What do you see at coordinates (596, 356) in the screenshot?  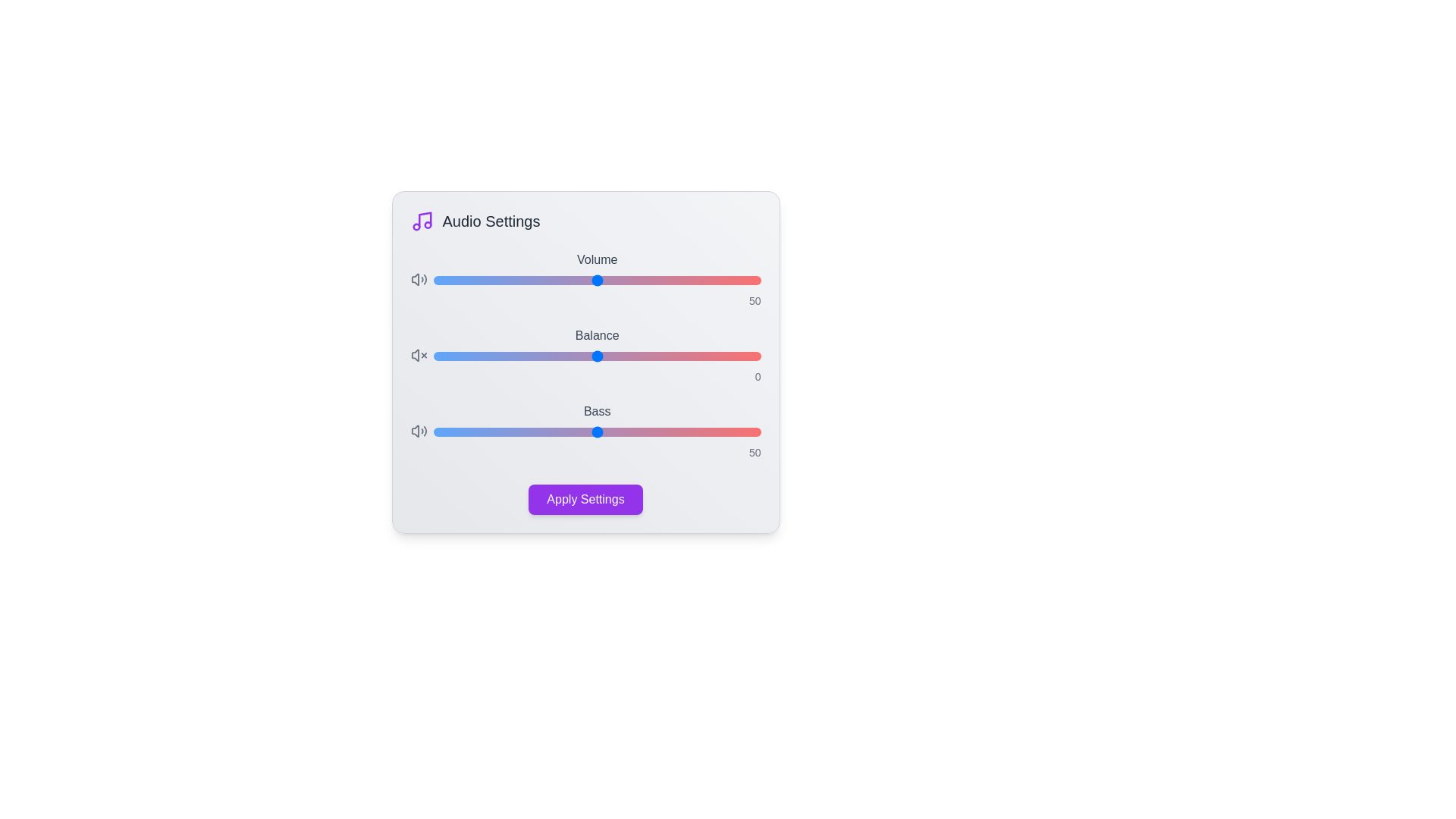 I see `the 'Balance' slider to the specified value 0` at bounding box center [596, 356].